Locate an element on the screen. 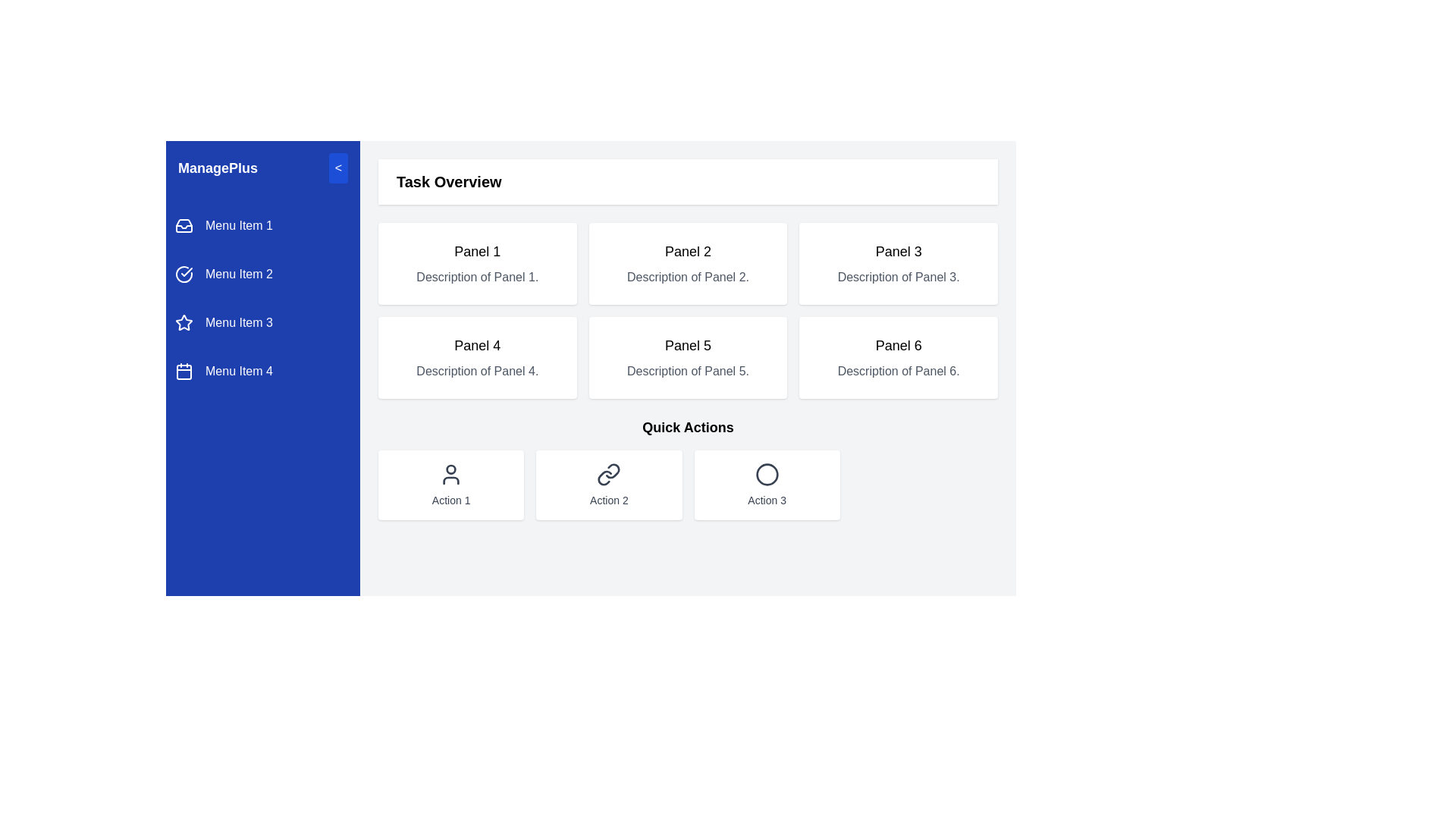 Image resolution: width=1456 pixels, height=819 pixels. the surrounding area of the second menu item in the vertical list of the menu bar is located at coordinates (238, 275).